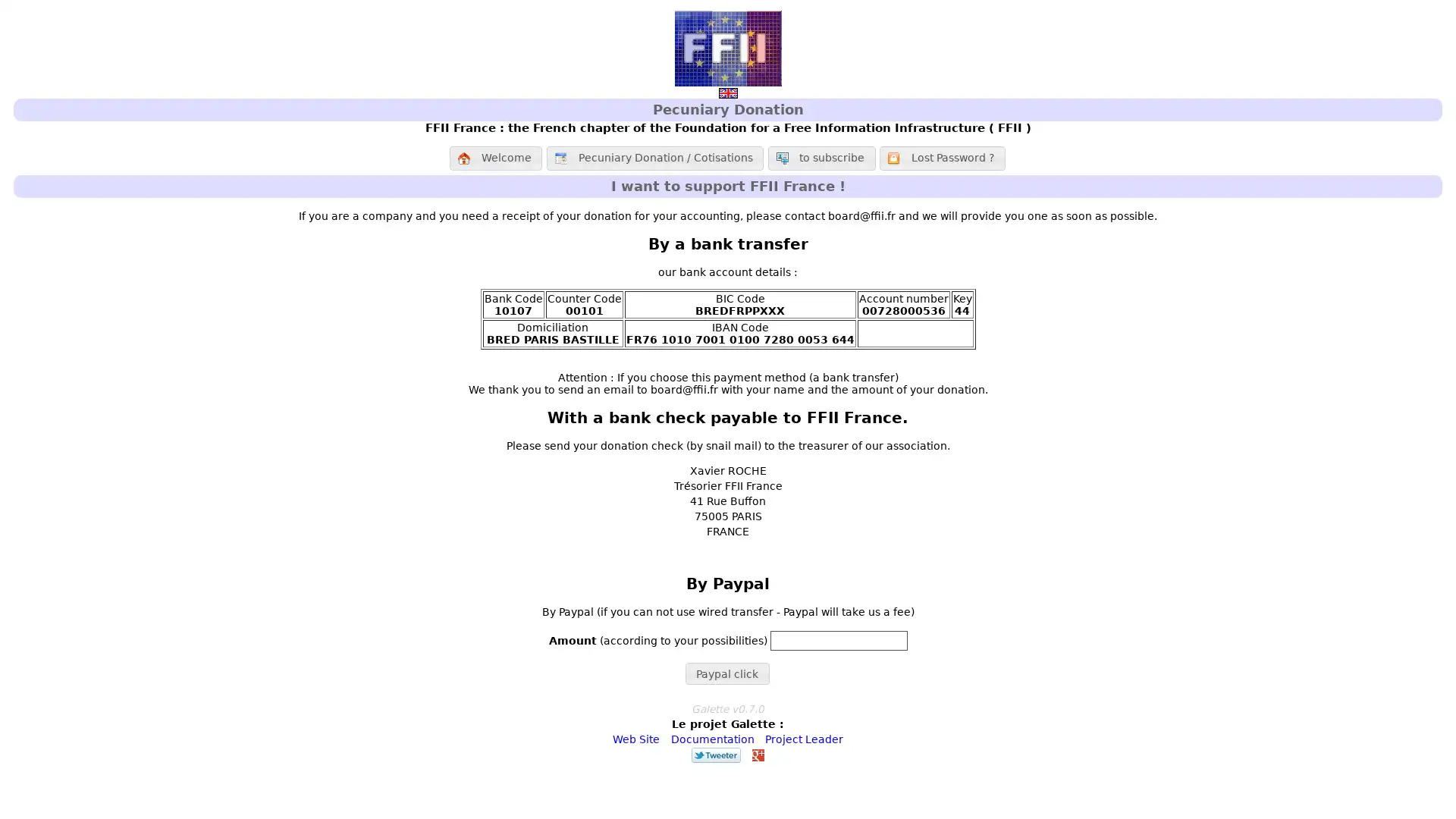 The height and width of the screenshot is (819, 1456). What do you see at coordinates (821, 158) in the screenshot?
I see `to subscribe` at bounding box center [821, 158].